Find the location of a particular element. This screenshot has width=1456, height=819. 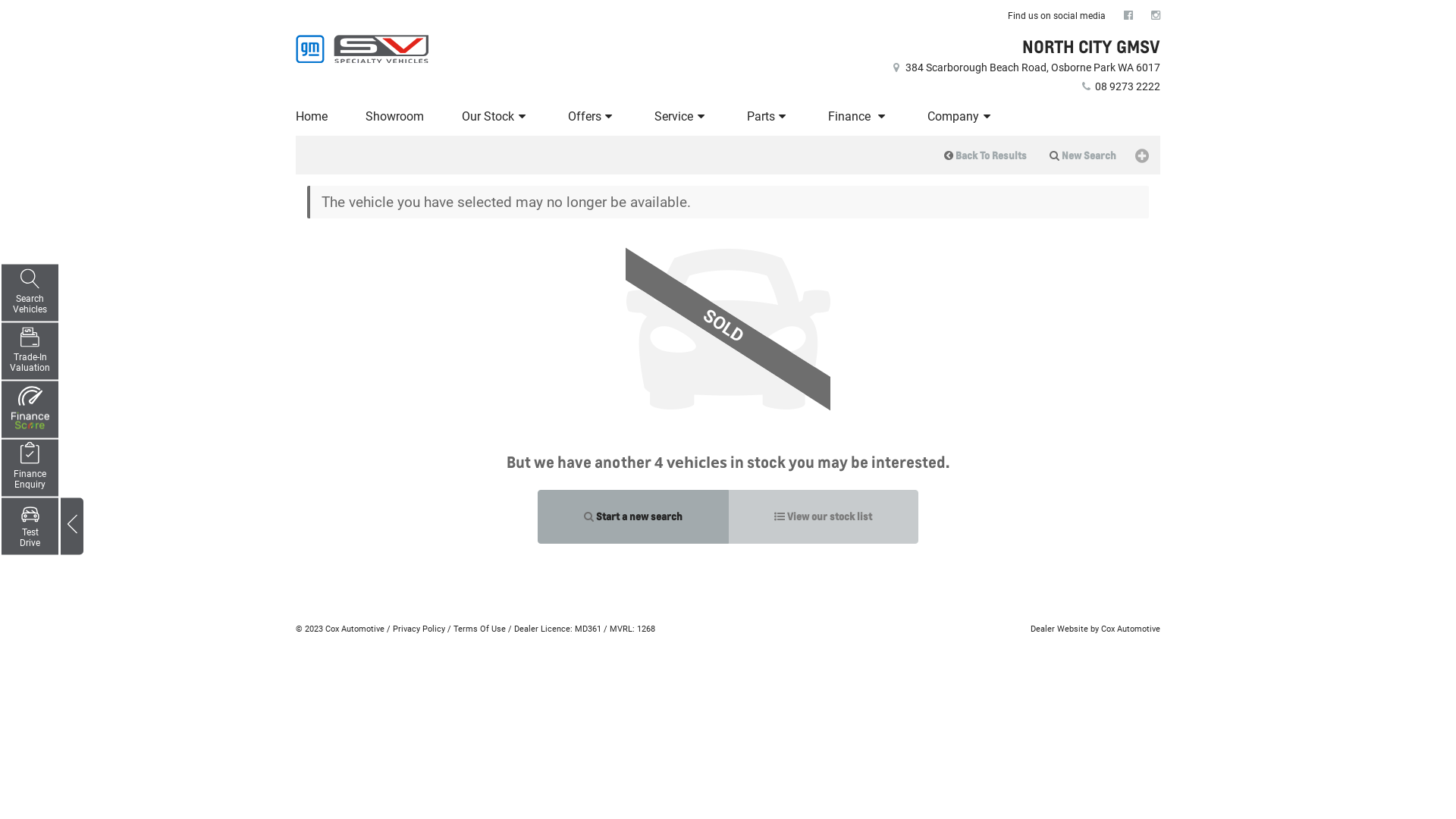

'New Search' is located at coordinates (1082, 155).